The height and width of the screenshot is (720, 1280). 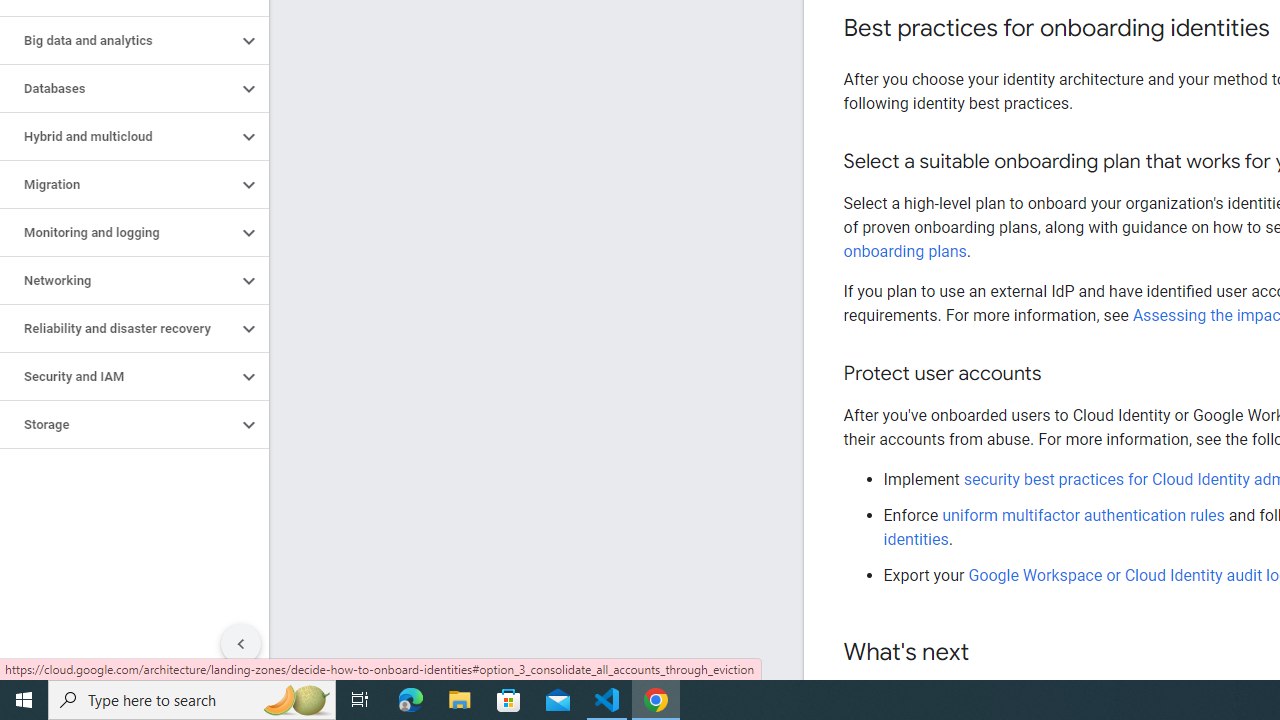 I want to click on 'Databases', so click(x=117, y=87).